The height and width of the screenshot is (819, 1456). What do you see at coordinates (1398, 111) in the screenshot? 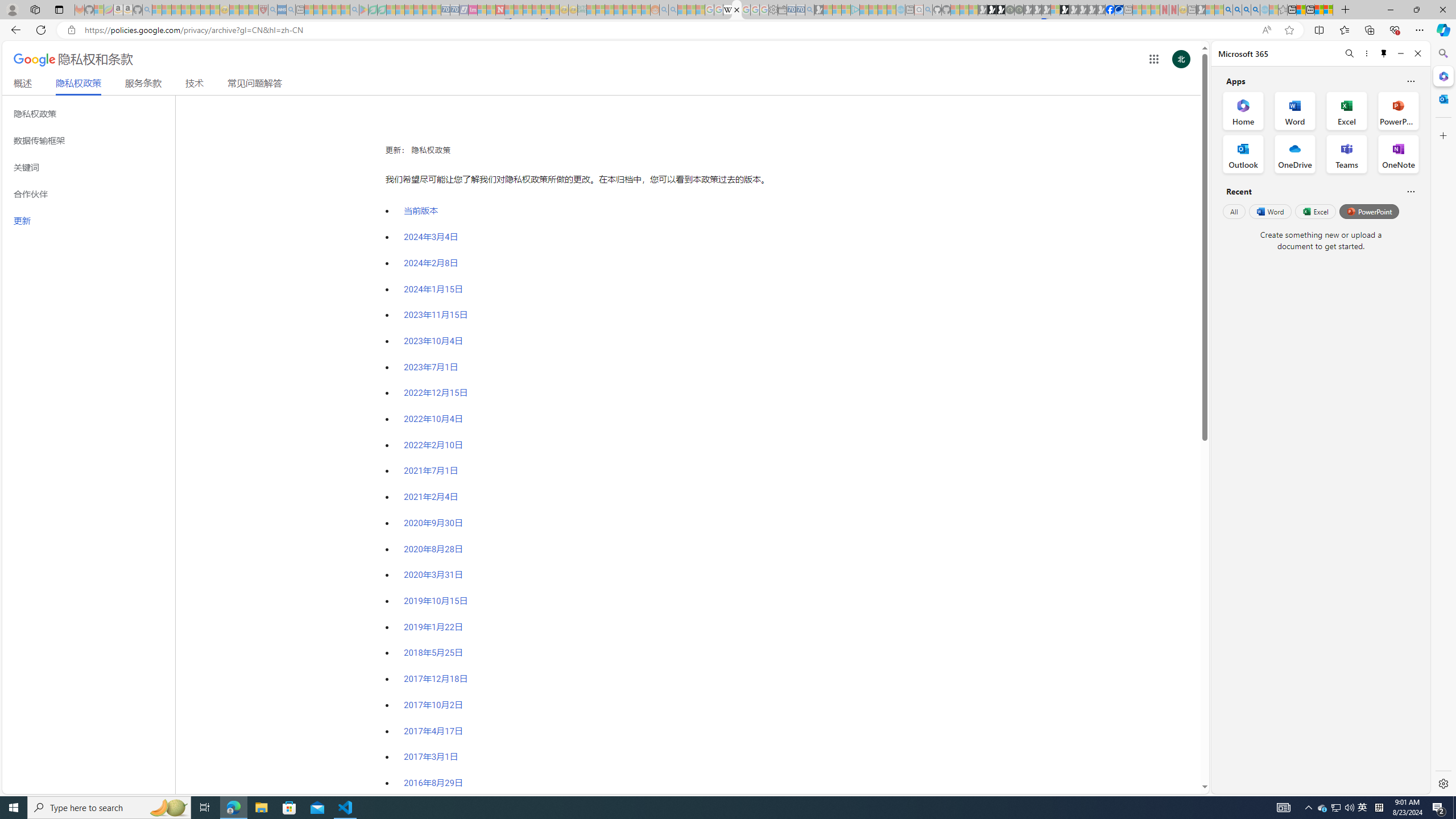
I see `'PowerPoint Office App'` at bounding box center [1398, 111].